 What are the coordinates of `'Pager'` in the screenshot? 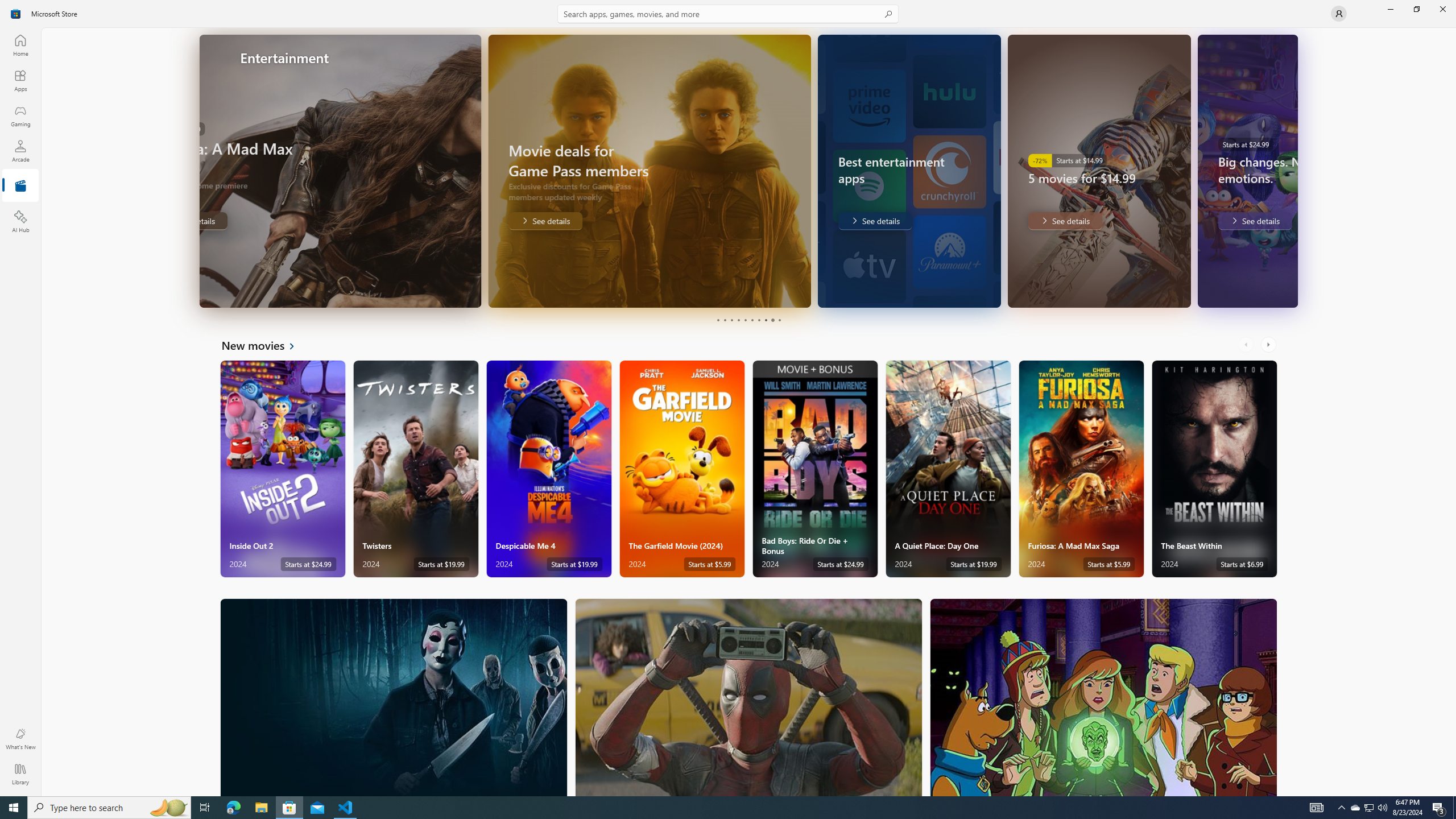 It's located at (748, 320).